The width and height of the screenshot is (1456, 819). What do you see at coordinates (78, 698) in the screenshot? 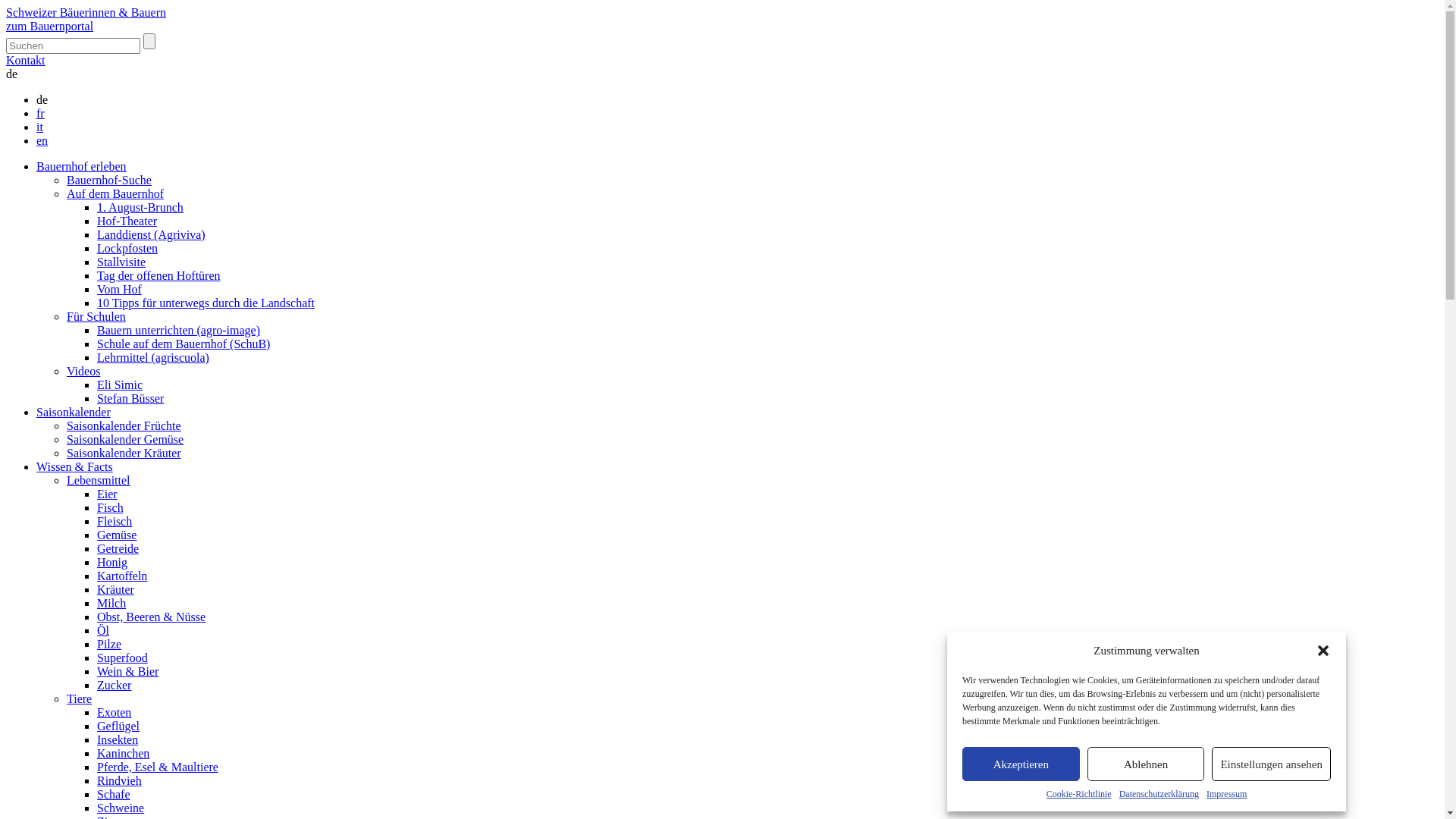
I see `'Tiere'` at bounding box center [78, 698].